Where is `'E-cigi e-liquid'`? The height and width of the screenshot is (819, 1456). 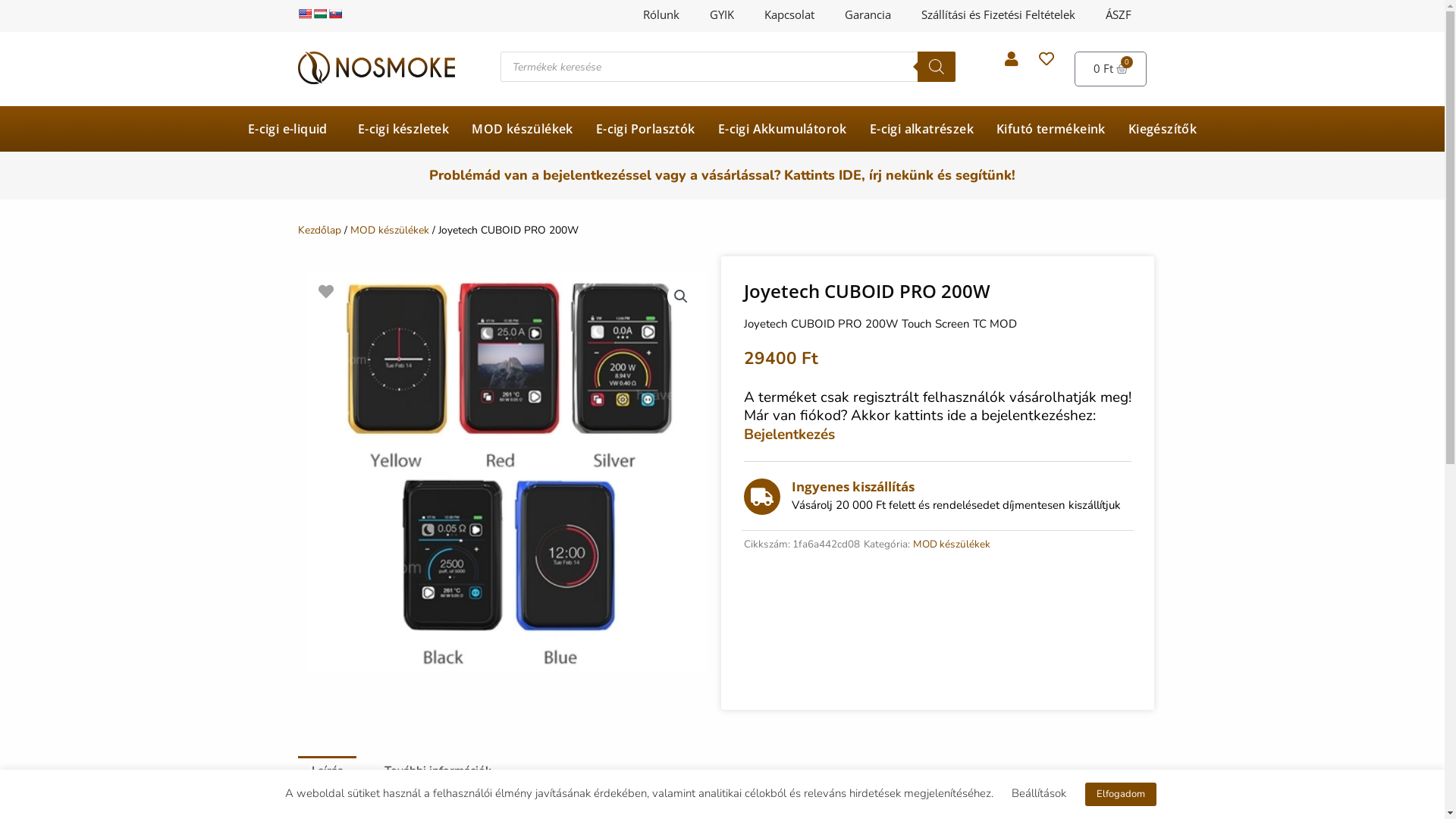 'E-cigi e-liquid' is located at coordinates (291, 128).